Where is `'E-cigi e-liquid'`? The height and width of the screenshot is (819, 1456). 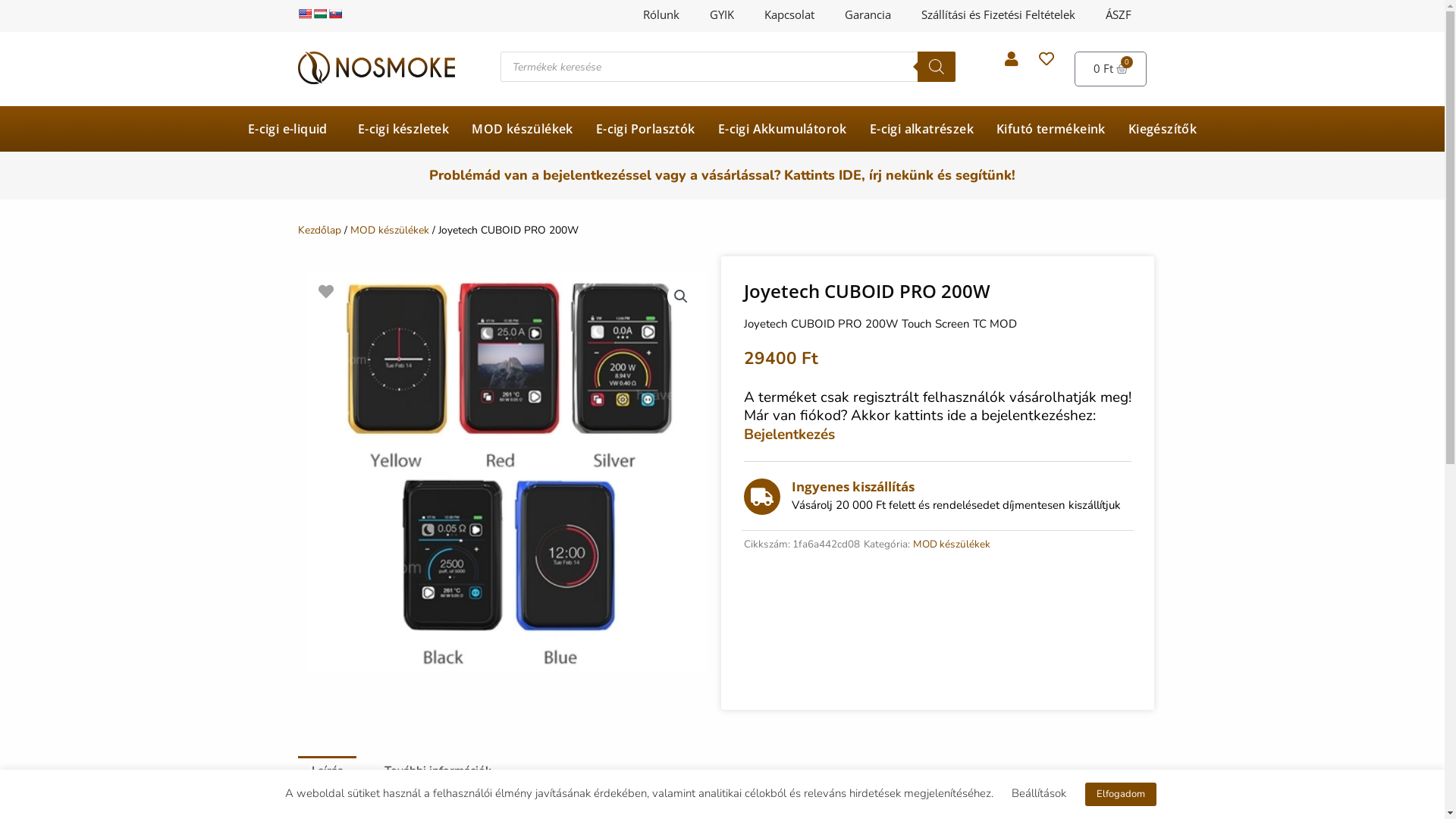 'E-cigi e-liquid' is located at coordinates (291, 128).